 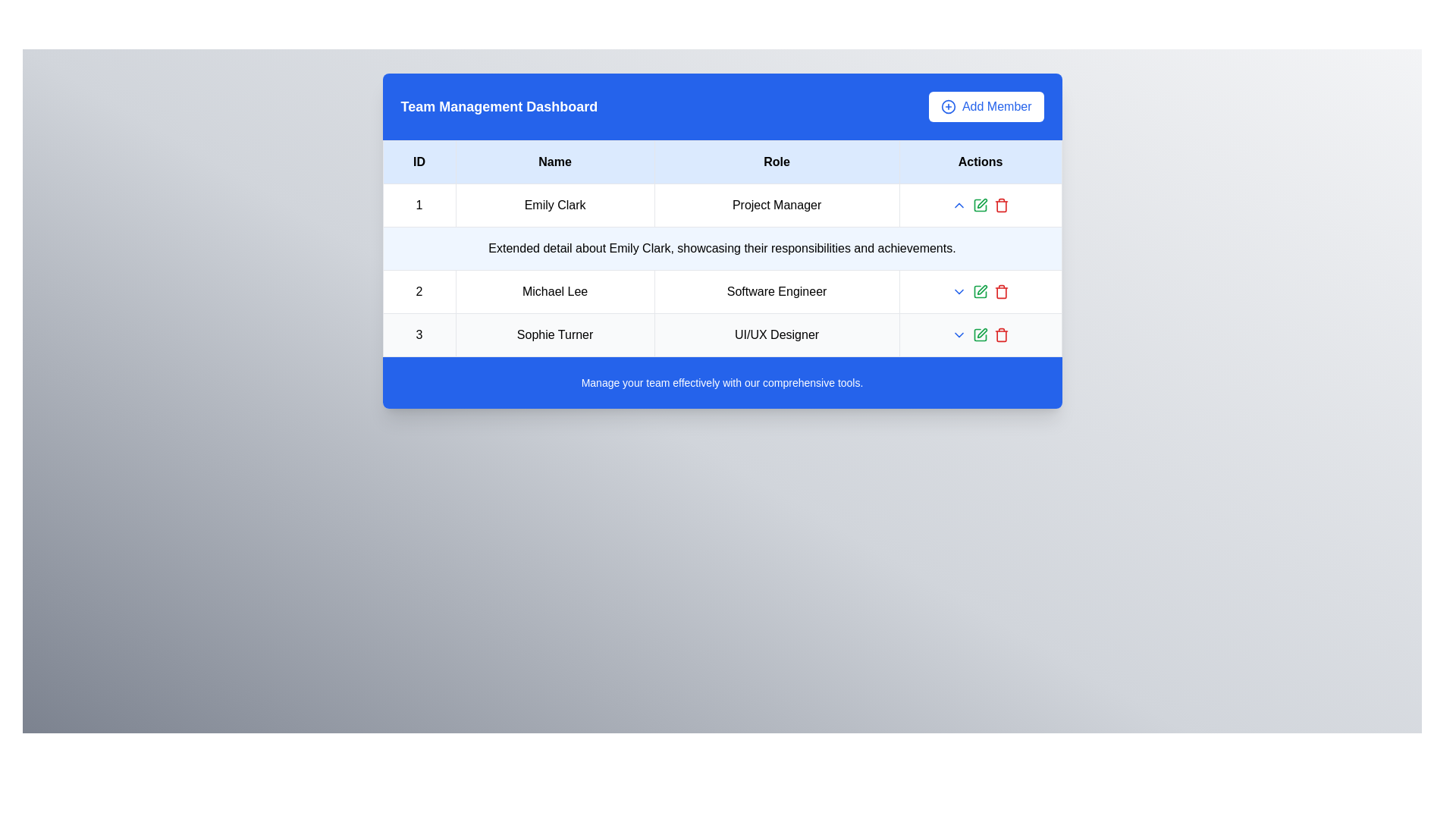 I want to click on the table header cell with the bold black text 'ID' and a light blue background, which is the leftmost cell in the header row of the table, so click(x=419, y=162).